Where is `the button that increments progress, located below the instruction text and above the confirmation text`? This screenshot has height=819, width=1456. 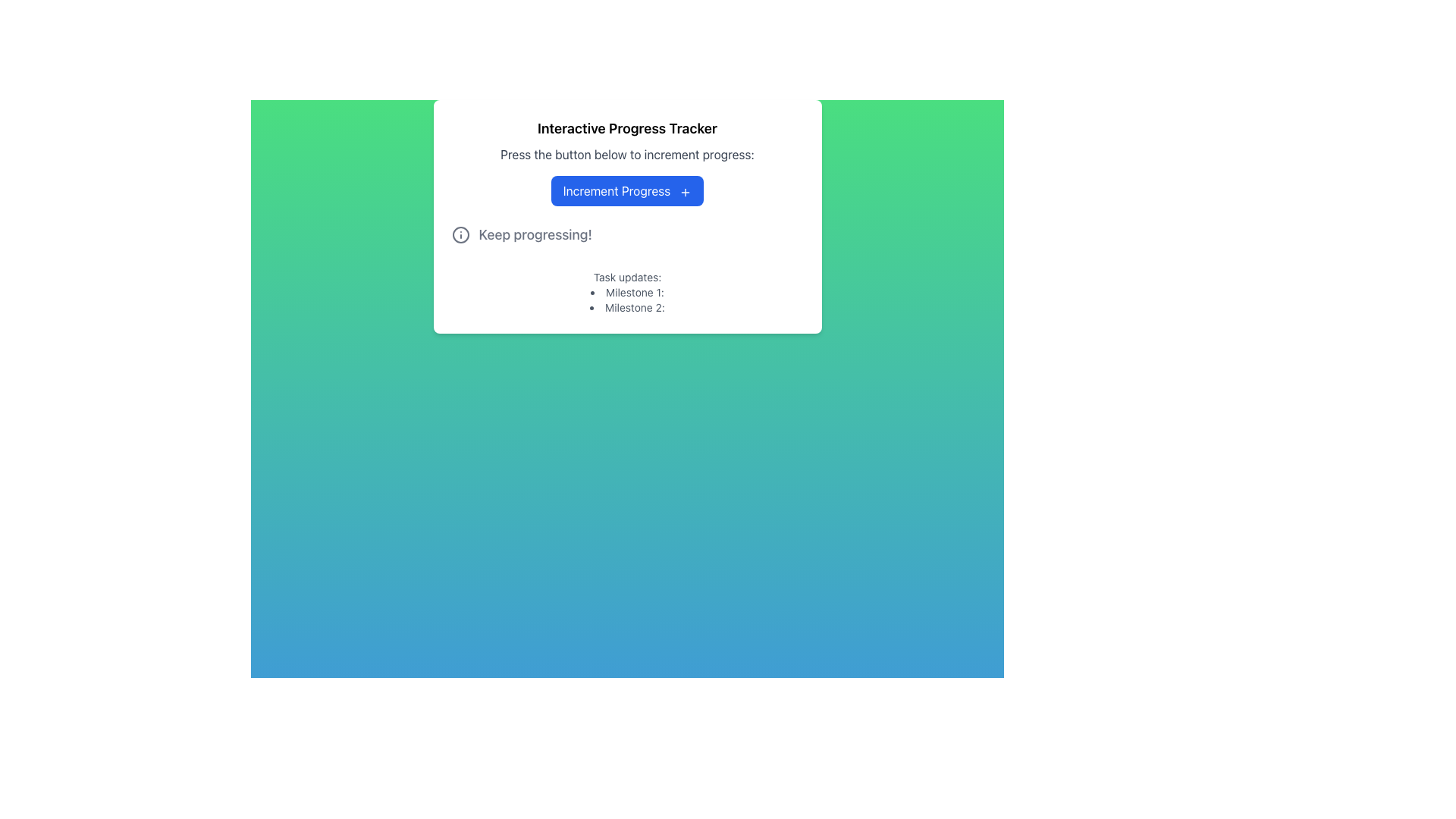 the button that increments progress, located below the instruction text and above the confirmation text is located at coordinates (627, 190).